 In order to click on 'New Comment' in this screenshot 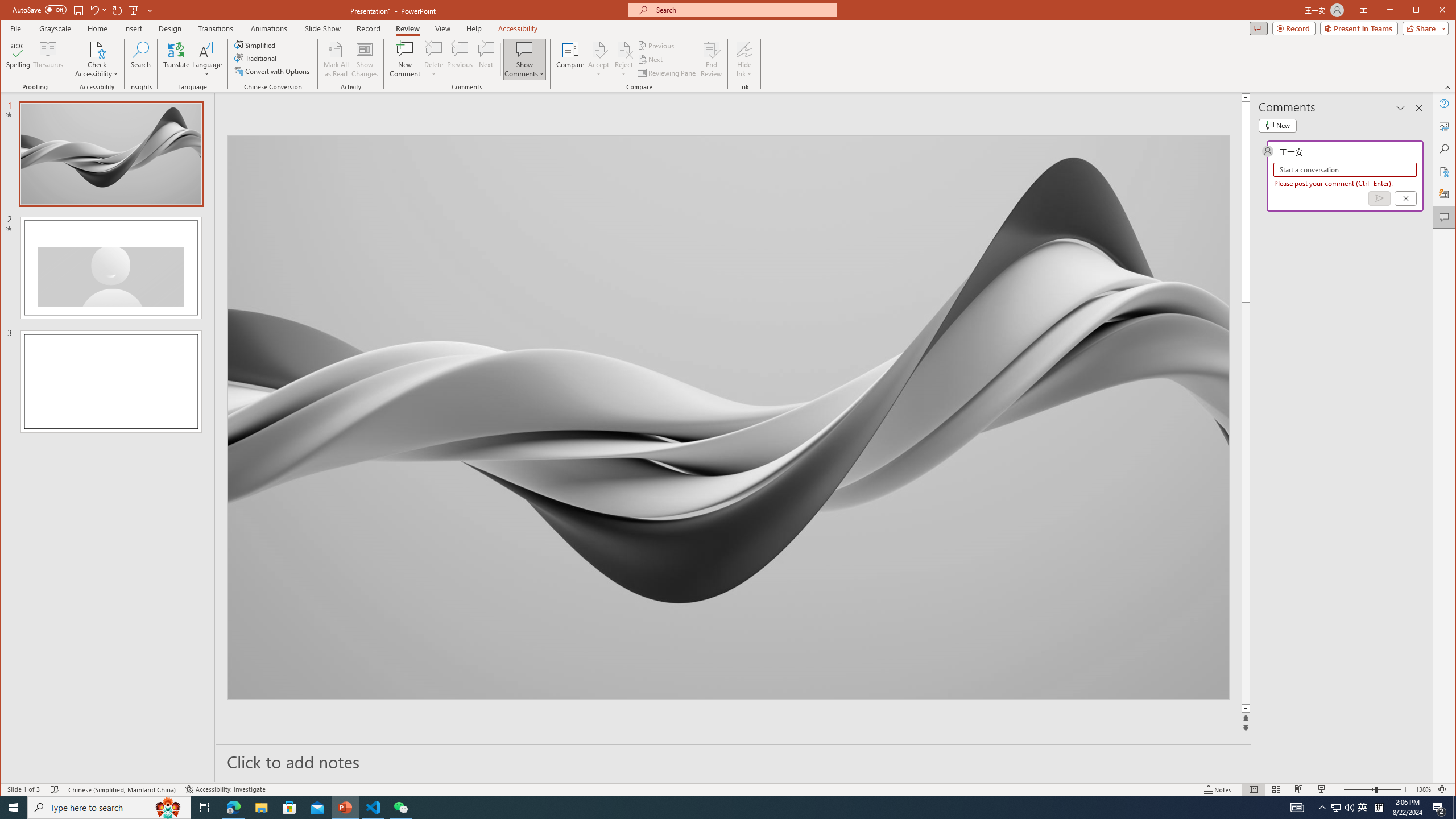, I will do `click(405, 59)`.